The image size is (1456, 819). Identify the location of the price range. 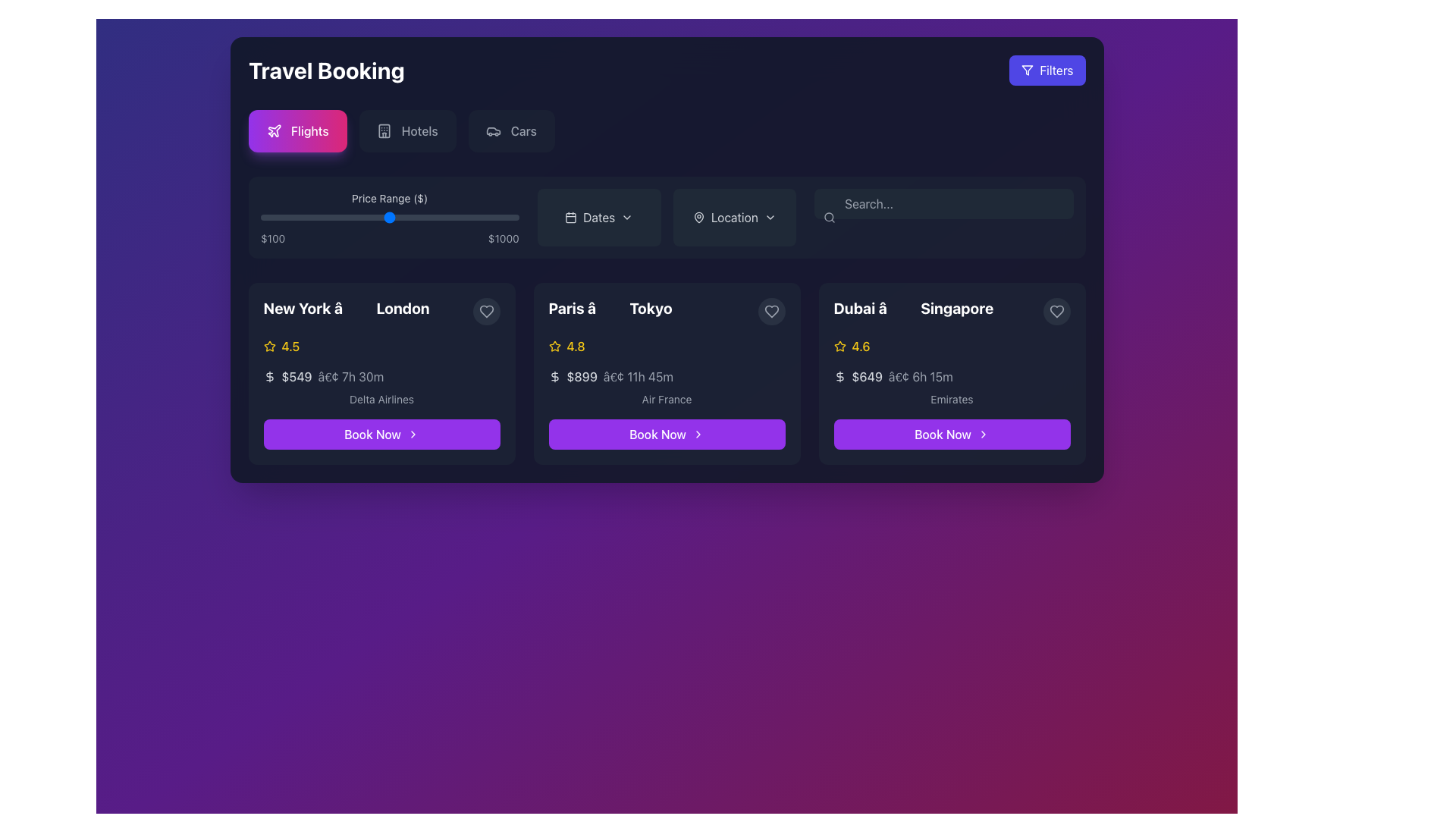
(407, 217).